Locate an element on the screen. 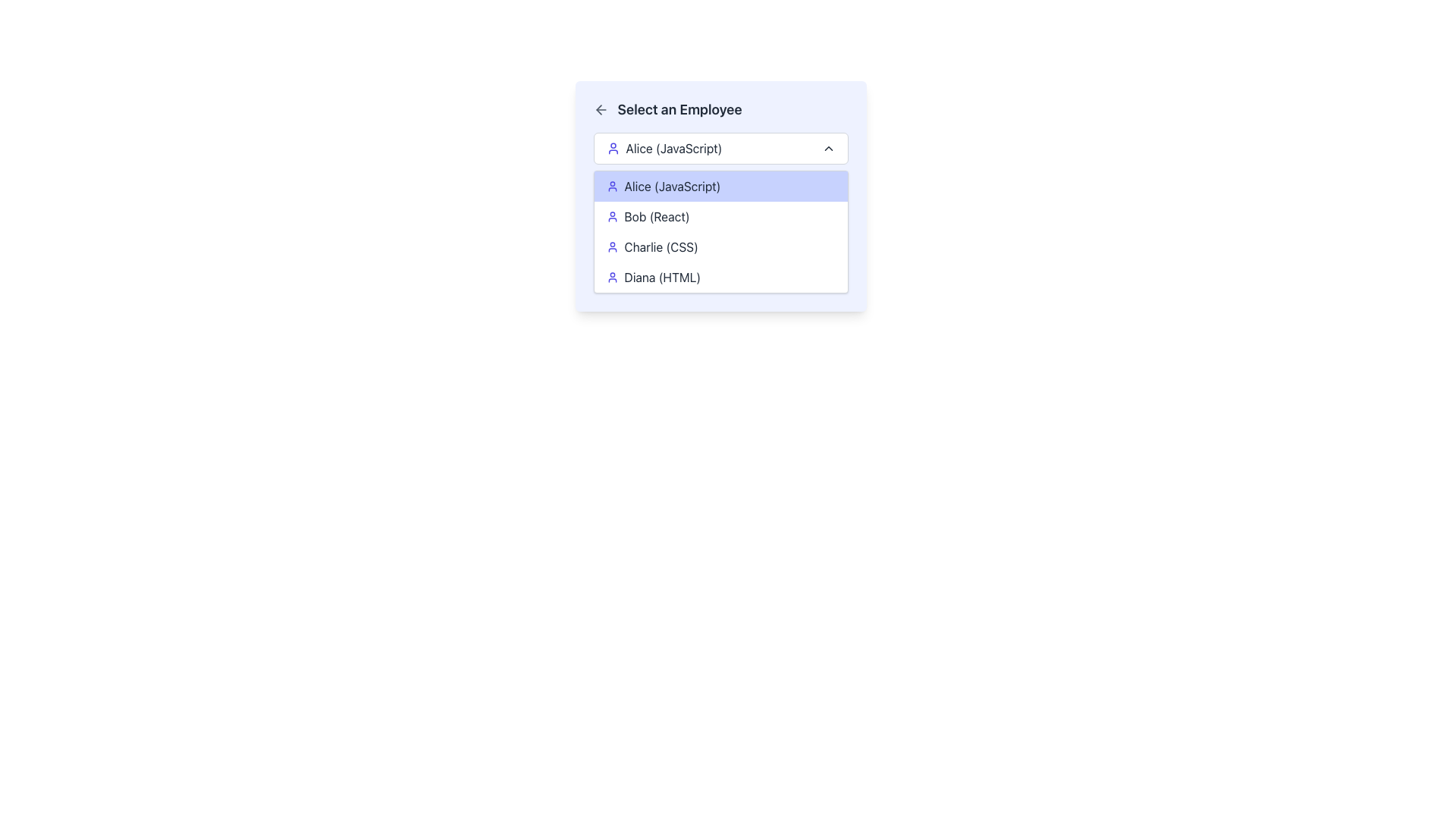 The image size is (1456, 819). the user profile icon, which is a line drawing of a person with a circular head and shoulders, styled in indigo color, located to the left of the text 'Alice (JavaScript)' in the dropdown 'Select an Employee' is located at coordinates (613, 149).